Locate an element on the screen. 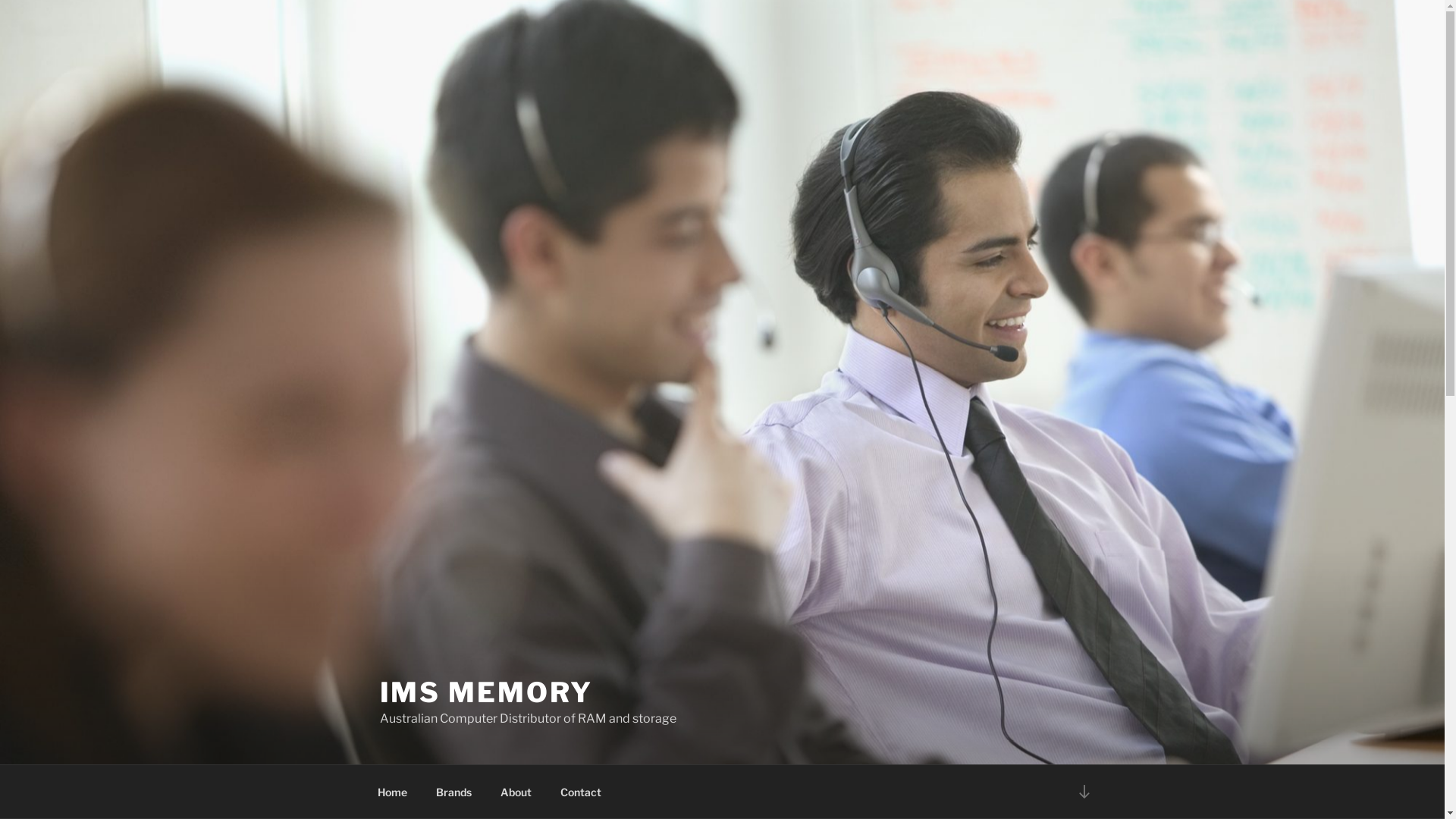 This screenshot has height=819, width=1456. 'Brands' is located at coordinates (453, 791).